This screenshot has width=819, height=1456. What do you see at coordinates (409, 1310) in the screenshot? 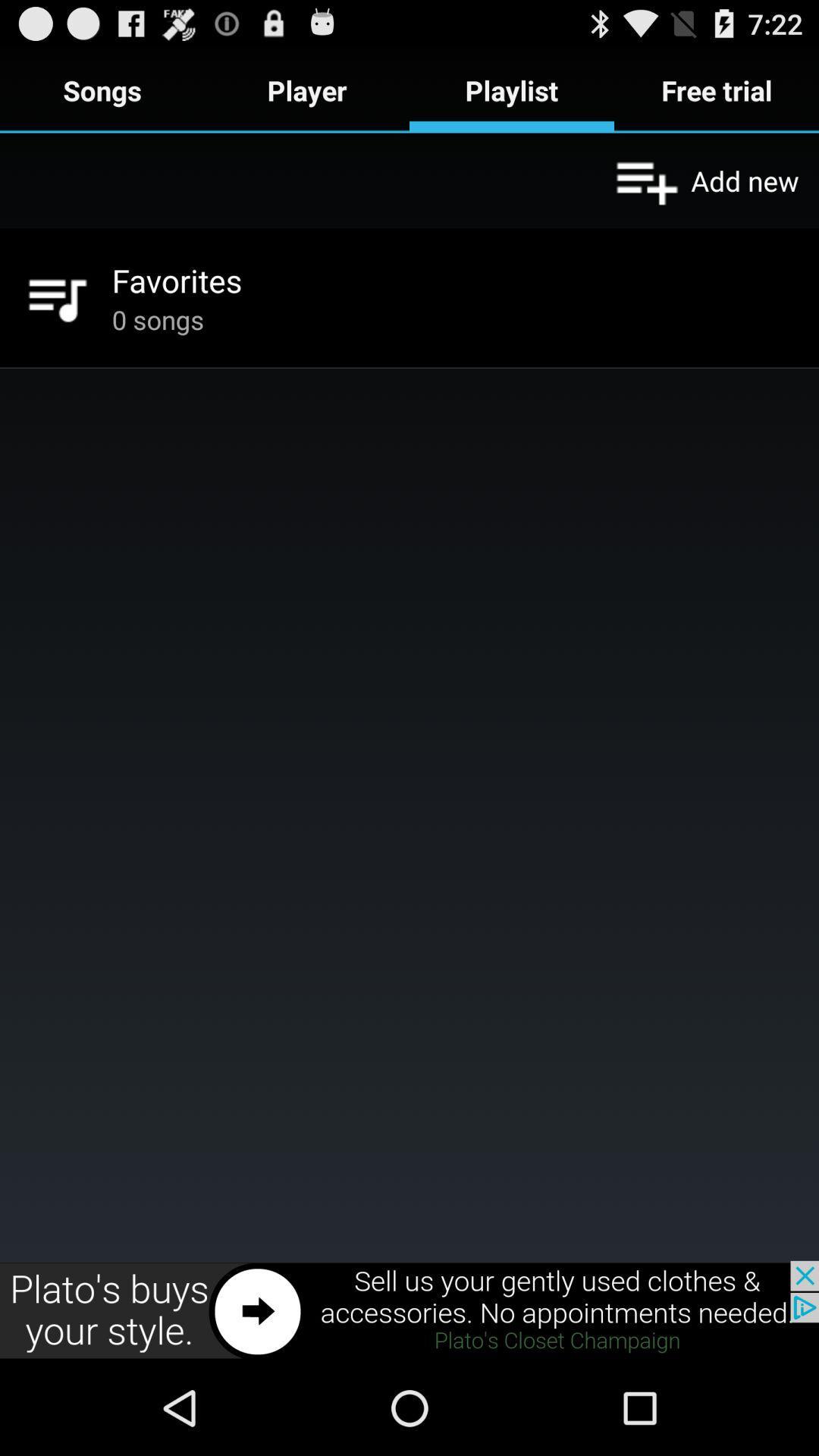
I see `access advertisement` at bounding box center [409, 1310].